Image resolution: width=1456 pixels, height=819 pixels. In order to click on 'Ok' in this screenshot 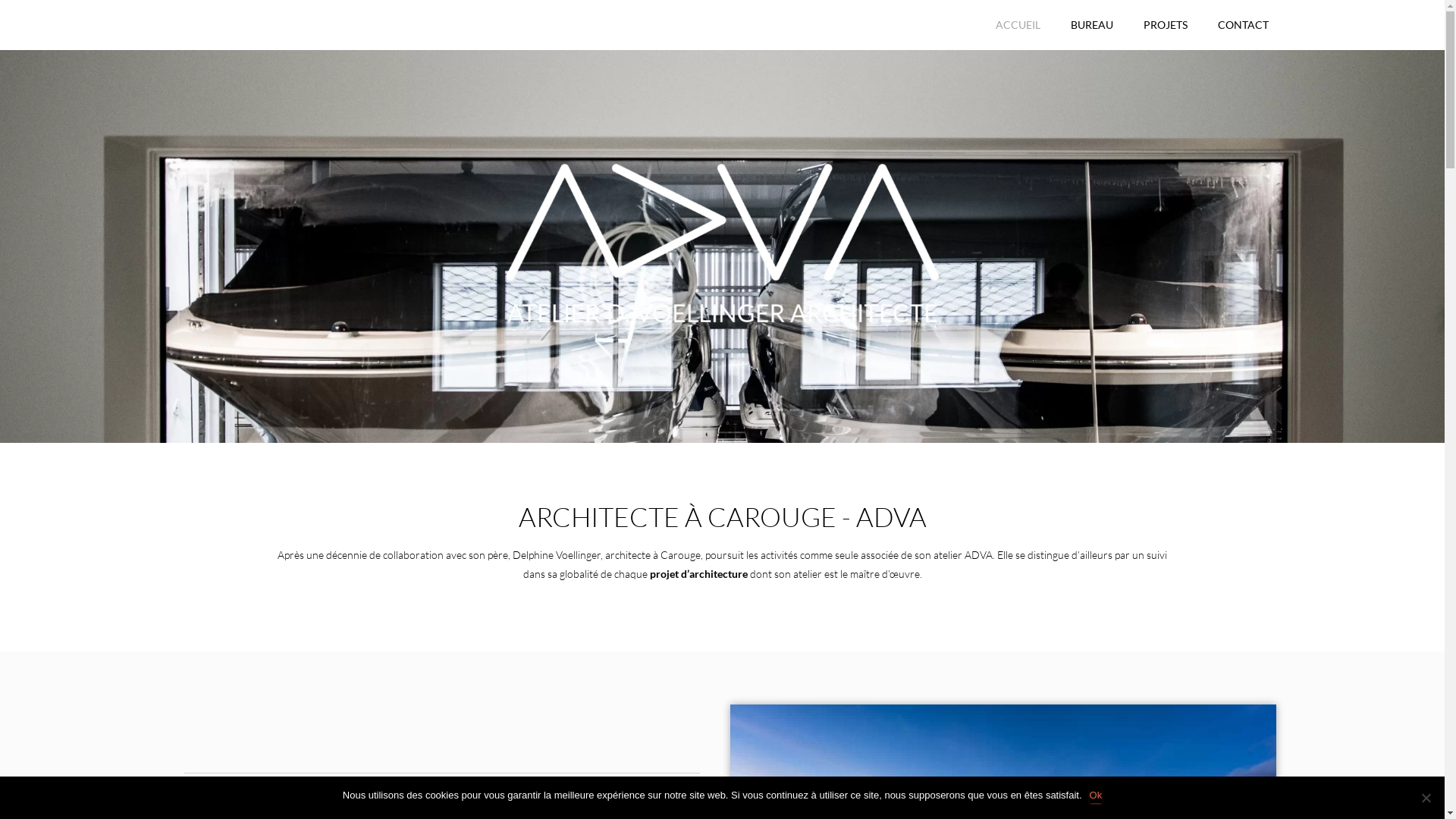, I will do `click(1088, 795)`.